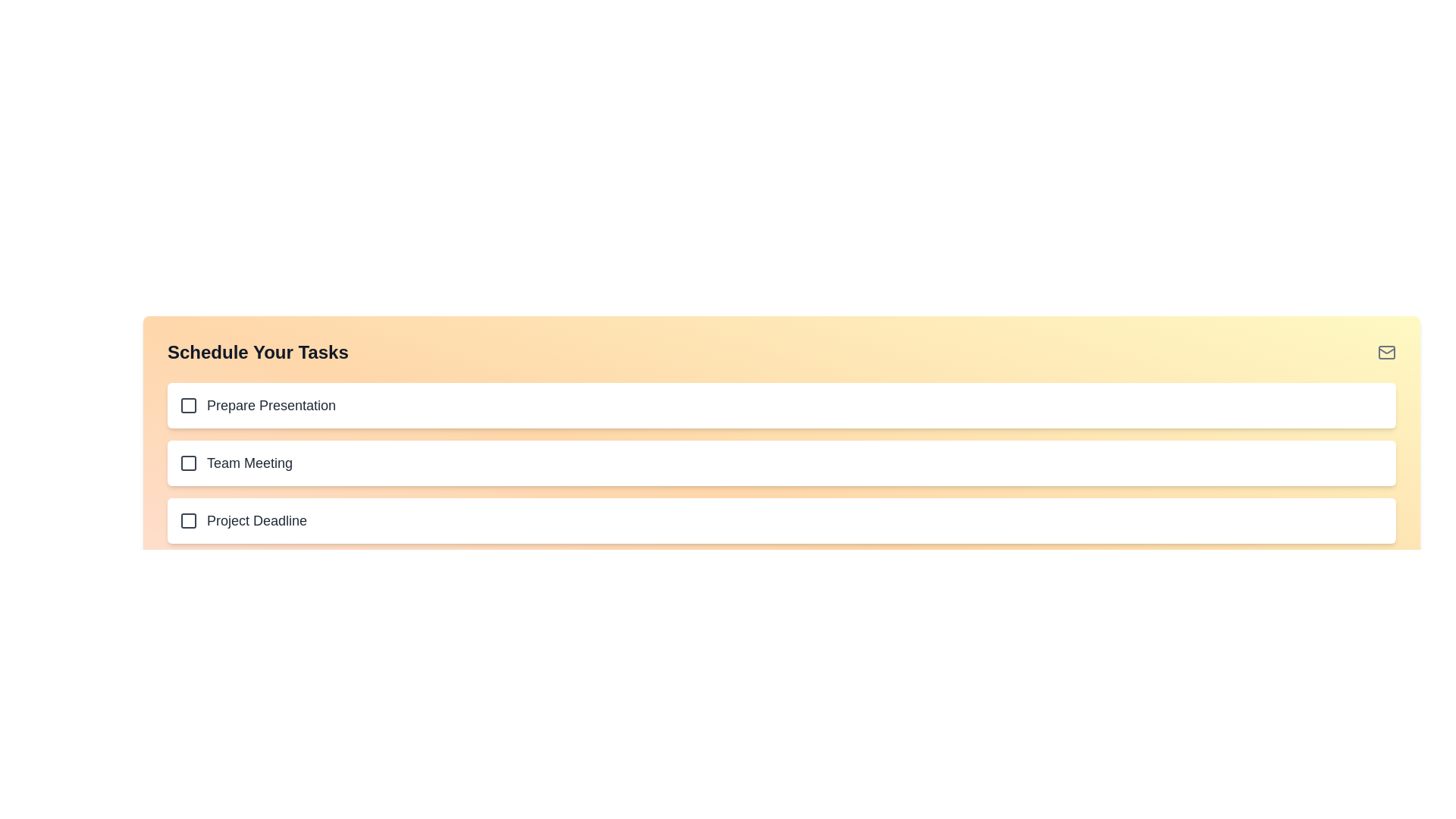 This screenshot has height=819, width=1456. I want to click on the checkbox associated with the 'Project Deadline' task, so click(188, 519).